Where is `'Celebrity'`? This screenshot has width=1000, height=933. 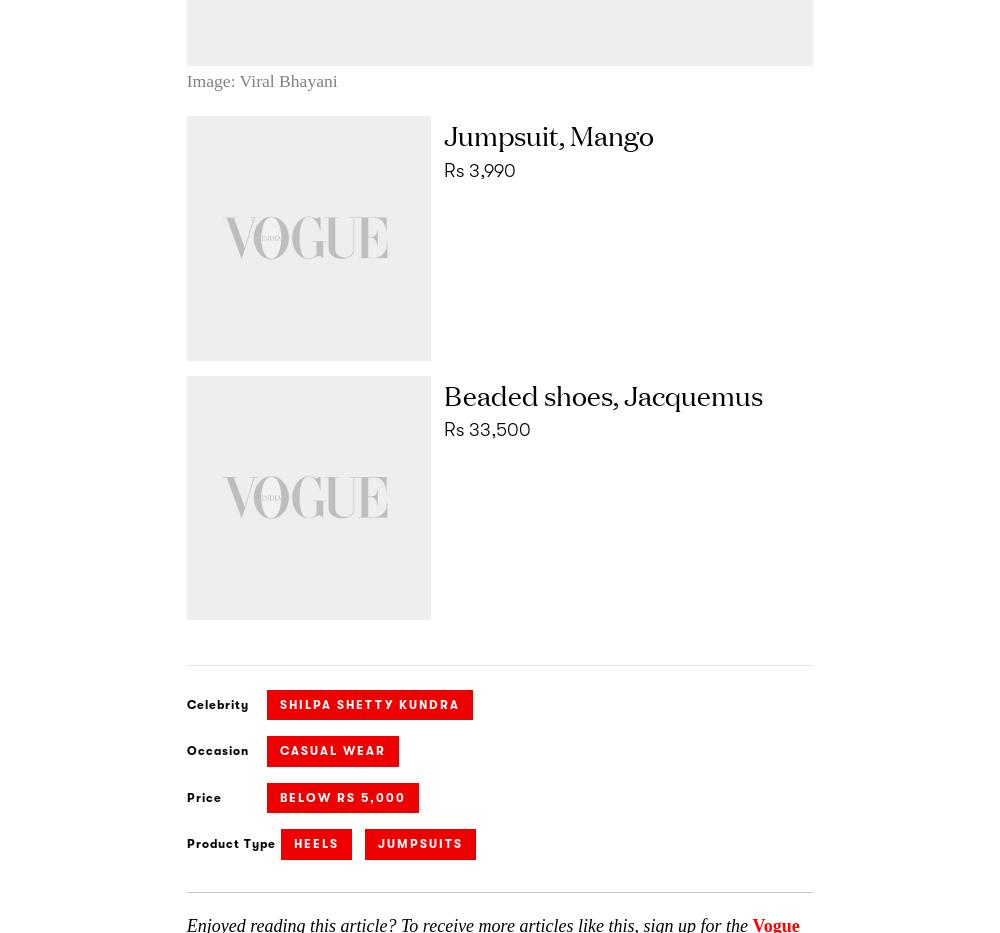
'Celebrity' is located at coordinates (186, 704).